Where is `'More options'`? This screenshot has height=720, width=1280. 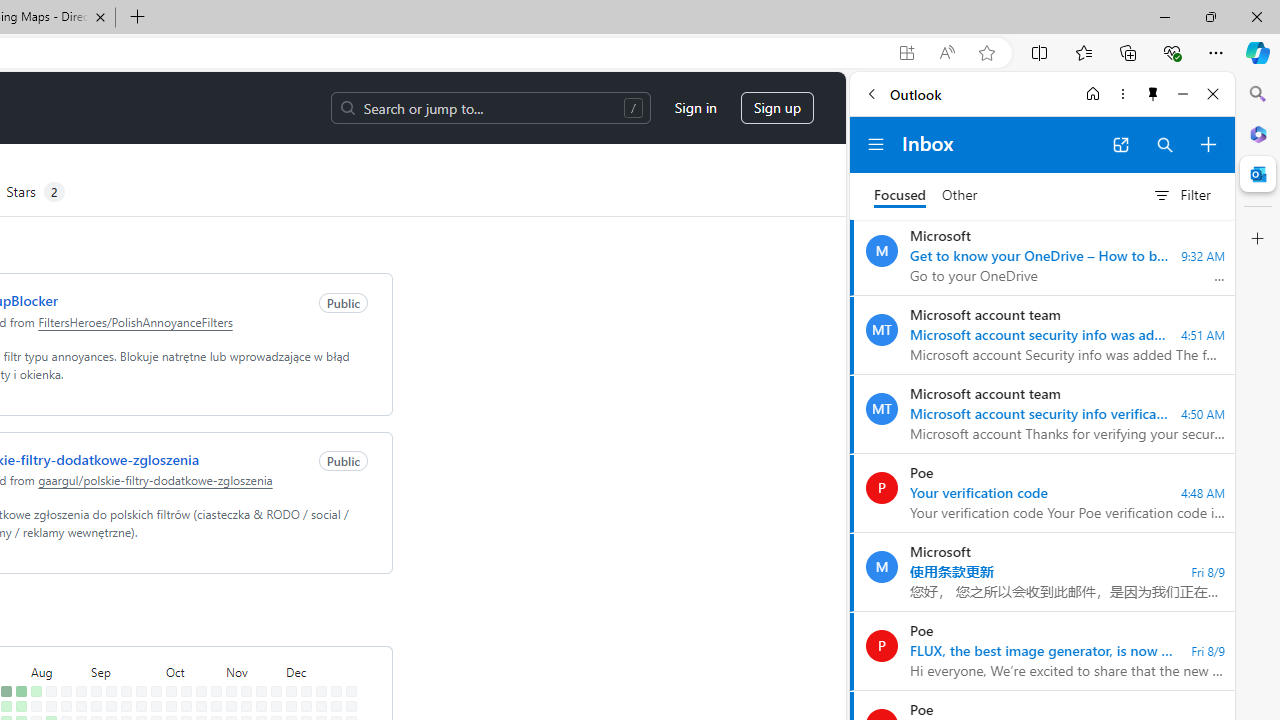 'More options' is located at coordinates (1122, 93).